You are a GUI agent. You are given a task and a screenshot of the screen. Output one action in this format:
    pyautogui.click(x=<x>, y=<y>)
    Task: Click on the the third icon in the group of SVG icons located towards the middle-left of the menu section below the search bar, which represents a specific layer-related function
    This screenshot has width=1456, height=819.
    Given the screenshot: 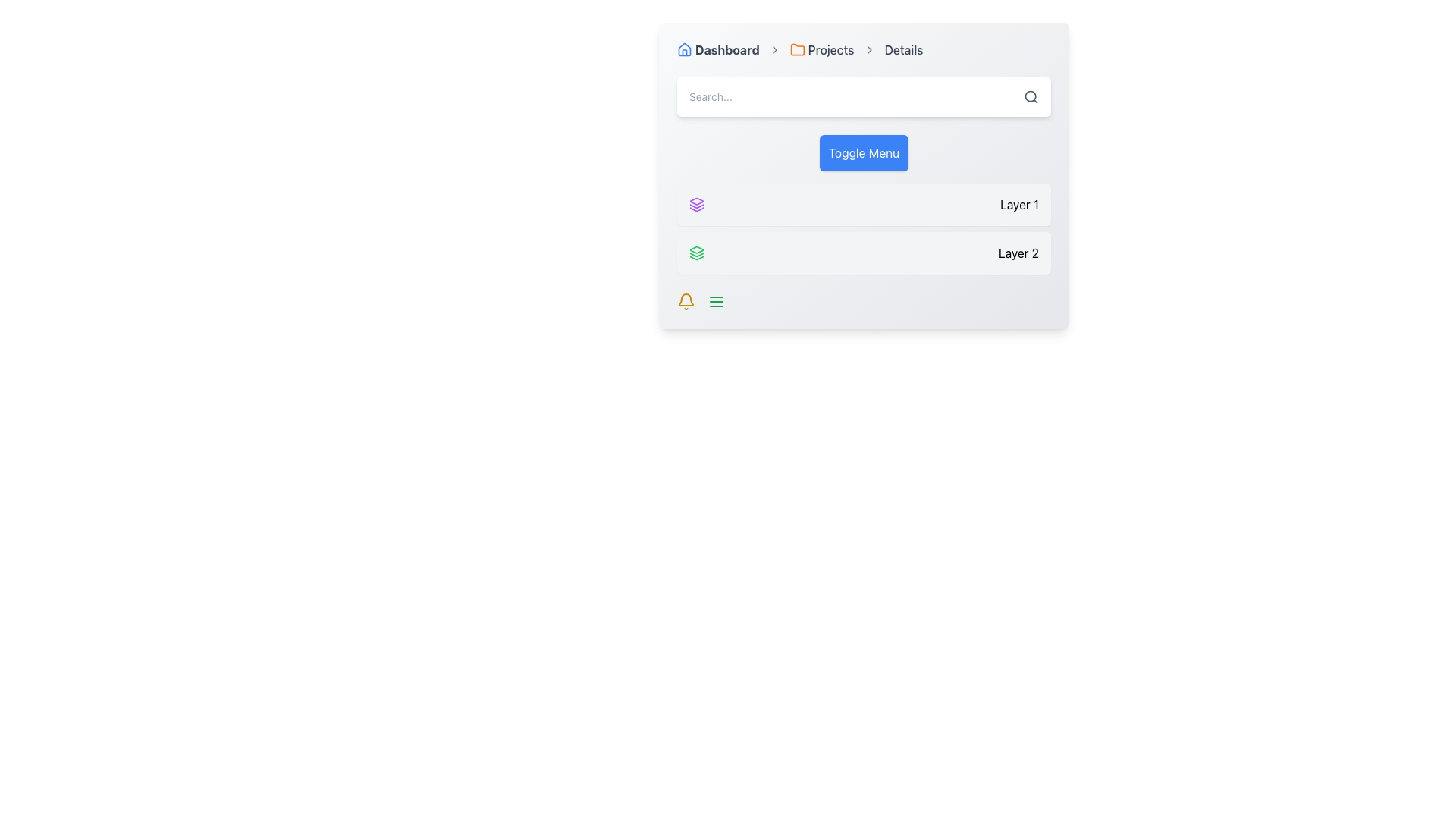 What is the action you would take?
    pyautogui.click(x=695, y=257)
    